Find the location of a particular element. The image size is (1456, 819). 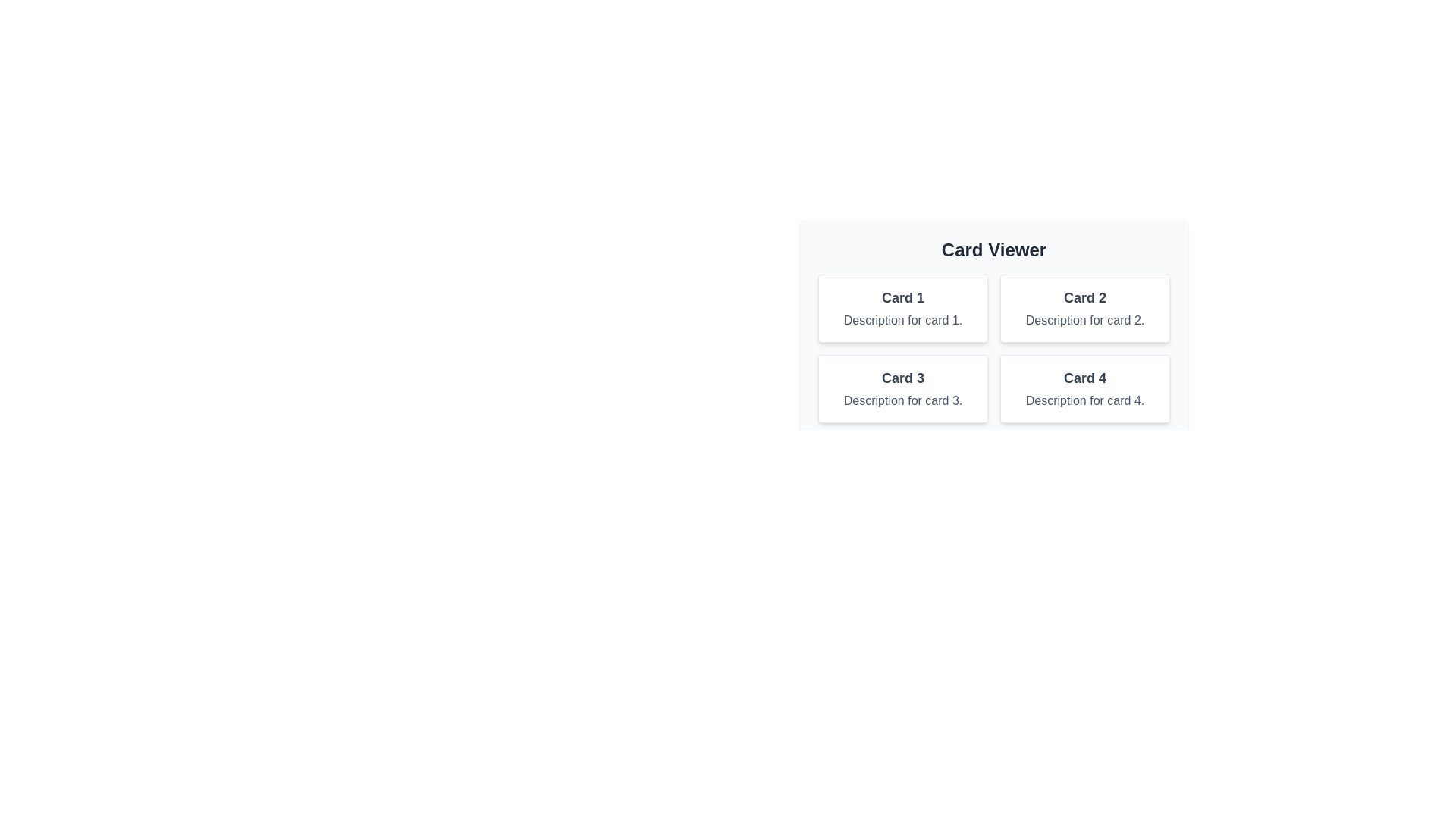

the descriptive label located at the bottom of 'Card 3', which provides additional information for the card is located at coordinates (902, 400).